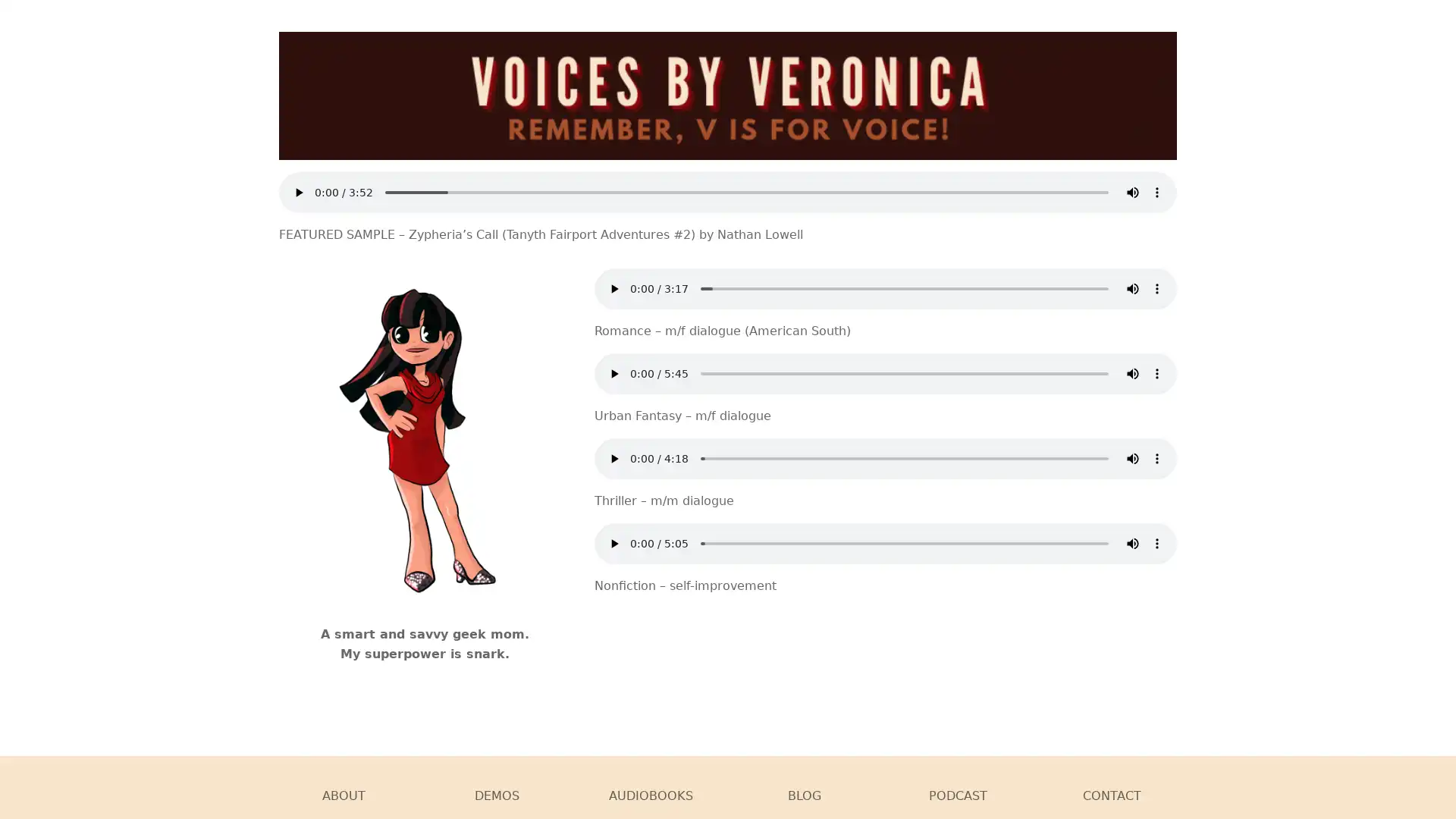  What do you see at coordinates (614, 458) in the screenshot?
I see `play` at bounding box center [614, 458].